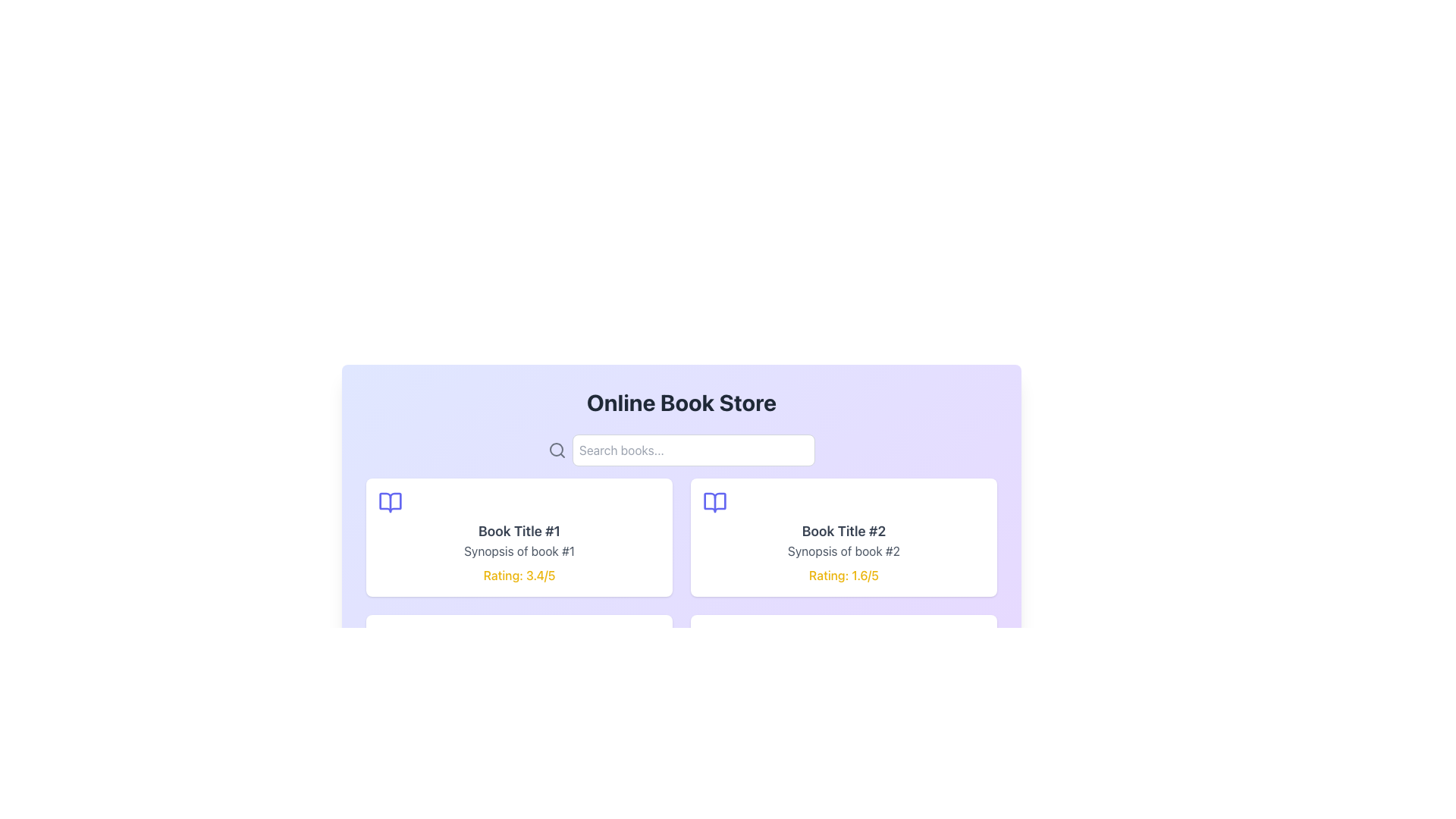  I want to click on the search input field by indirectly interacting with the search icon located to the left of it in the search bar, so click(556, 450).